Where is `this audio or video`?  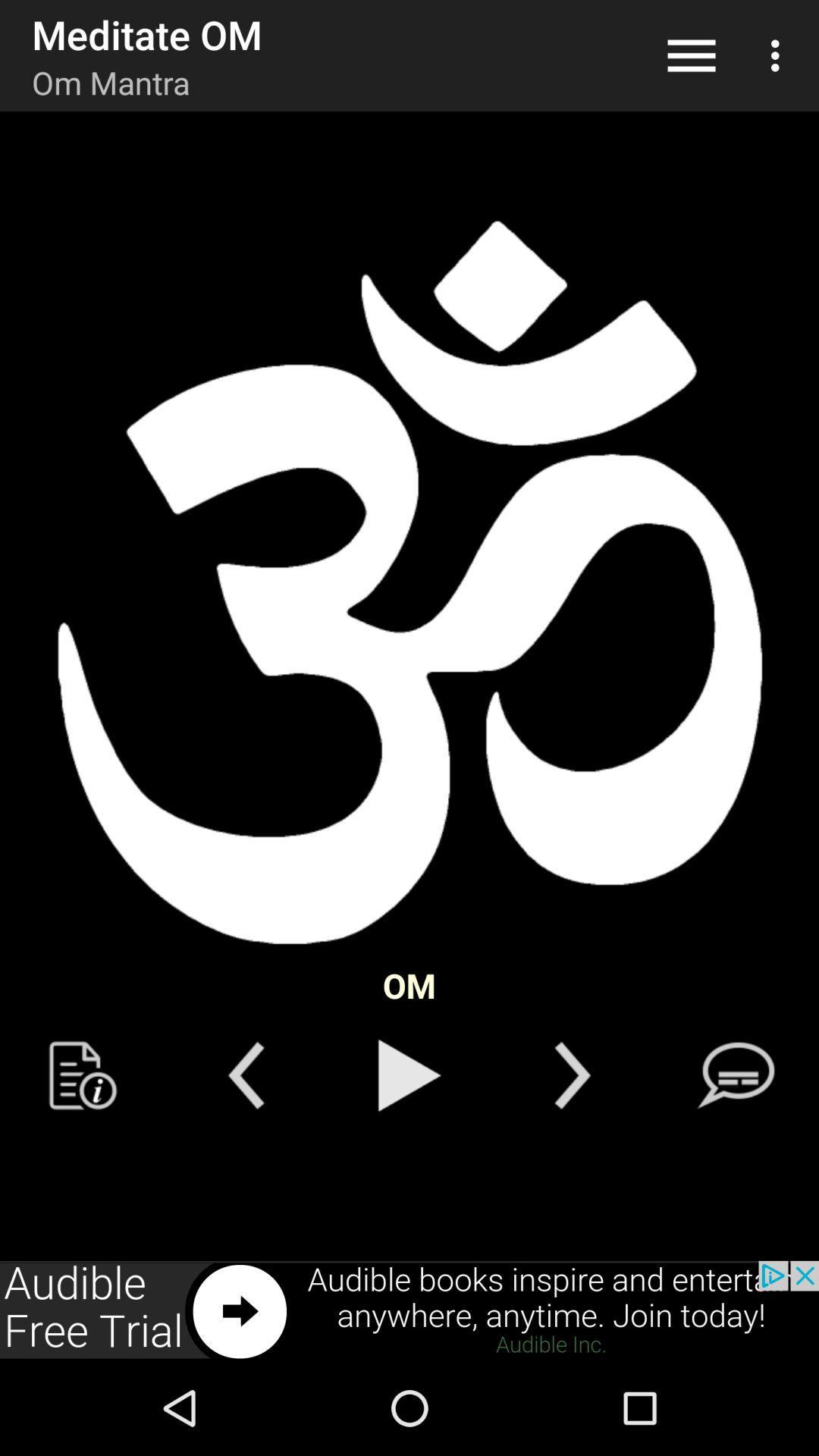
this audio or video is located at coordinates (409, 1075).